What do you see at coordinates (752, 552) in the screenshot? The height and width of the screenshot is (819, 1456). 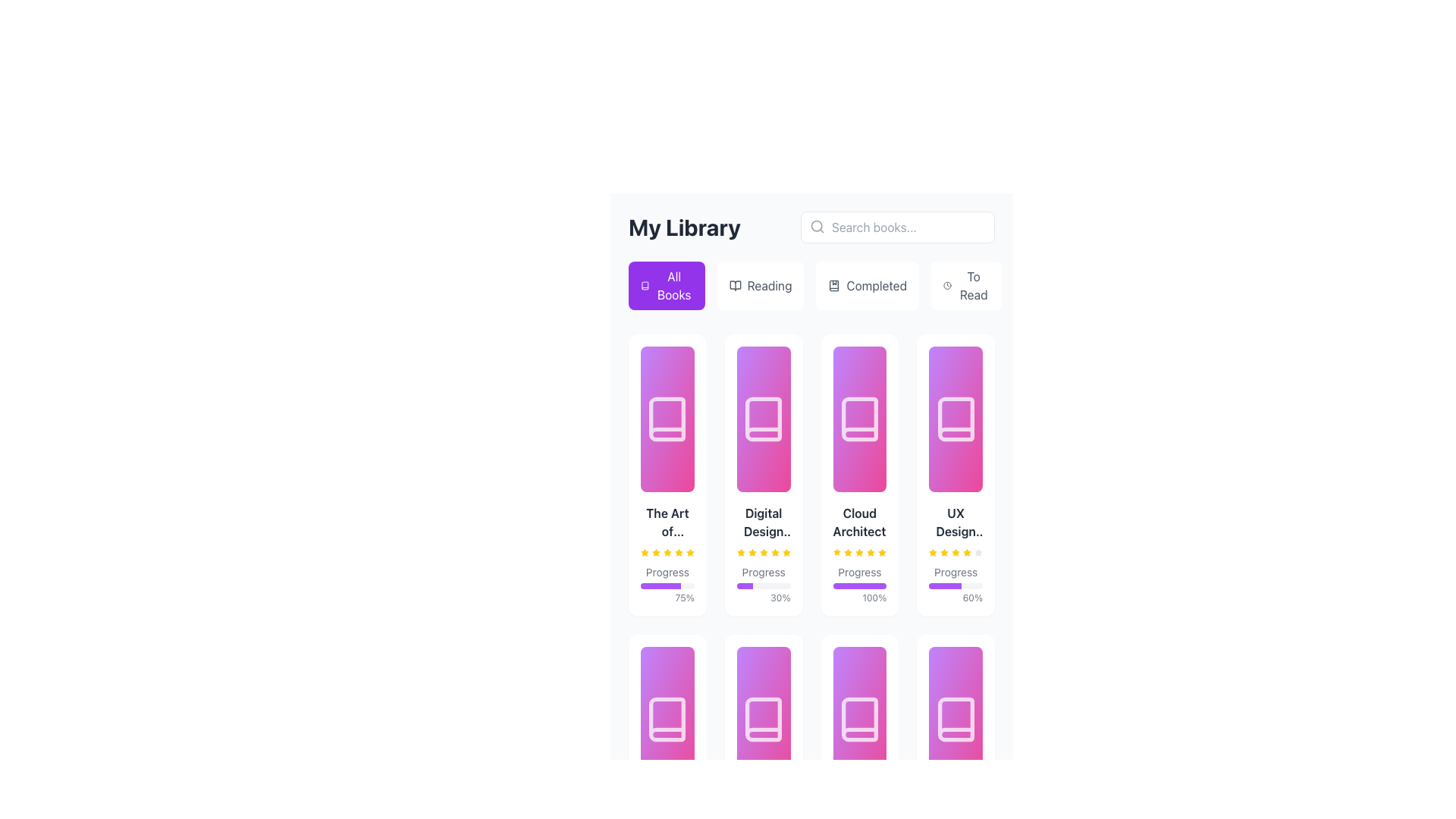 I see `the third filled star in the 5-star rating system beneath the book title 'Digital Design' to adjust the rating` at bounding box center [752, 552].